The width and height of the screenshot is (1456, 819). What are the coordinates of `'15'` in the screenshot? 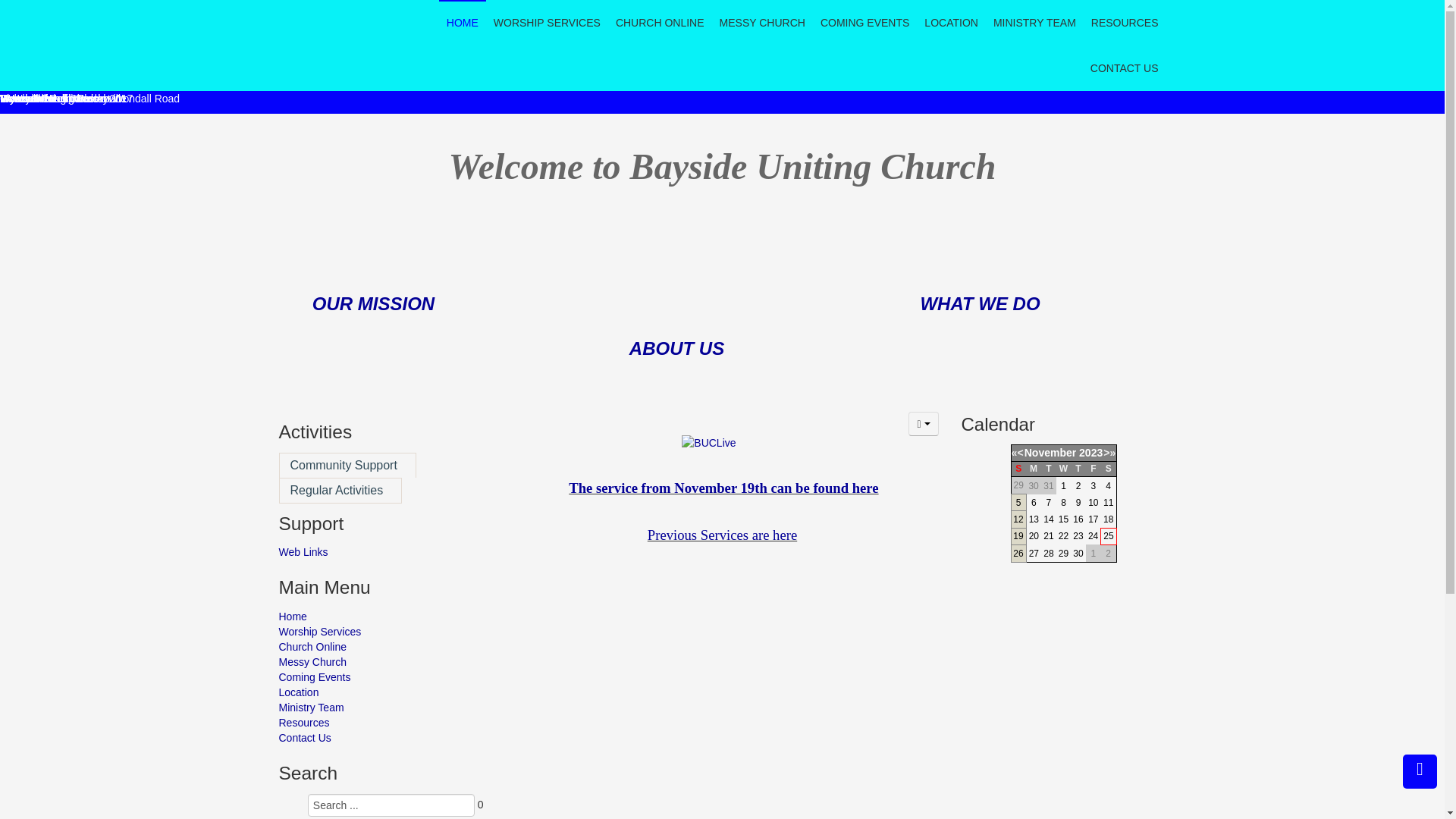 It's located at (1058, 519).